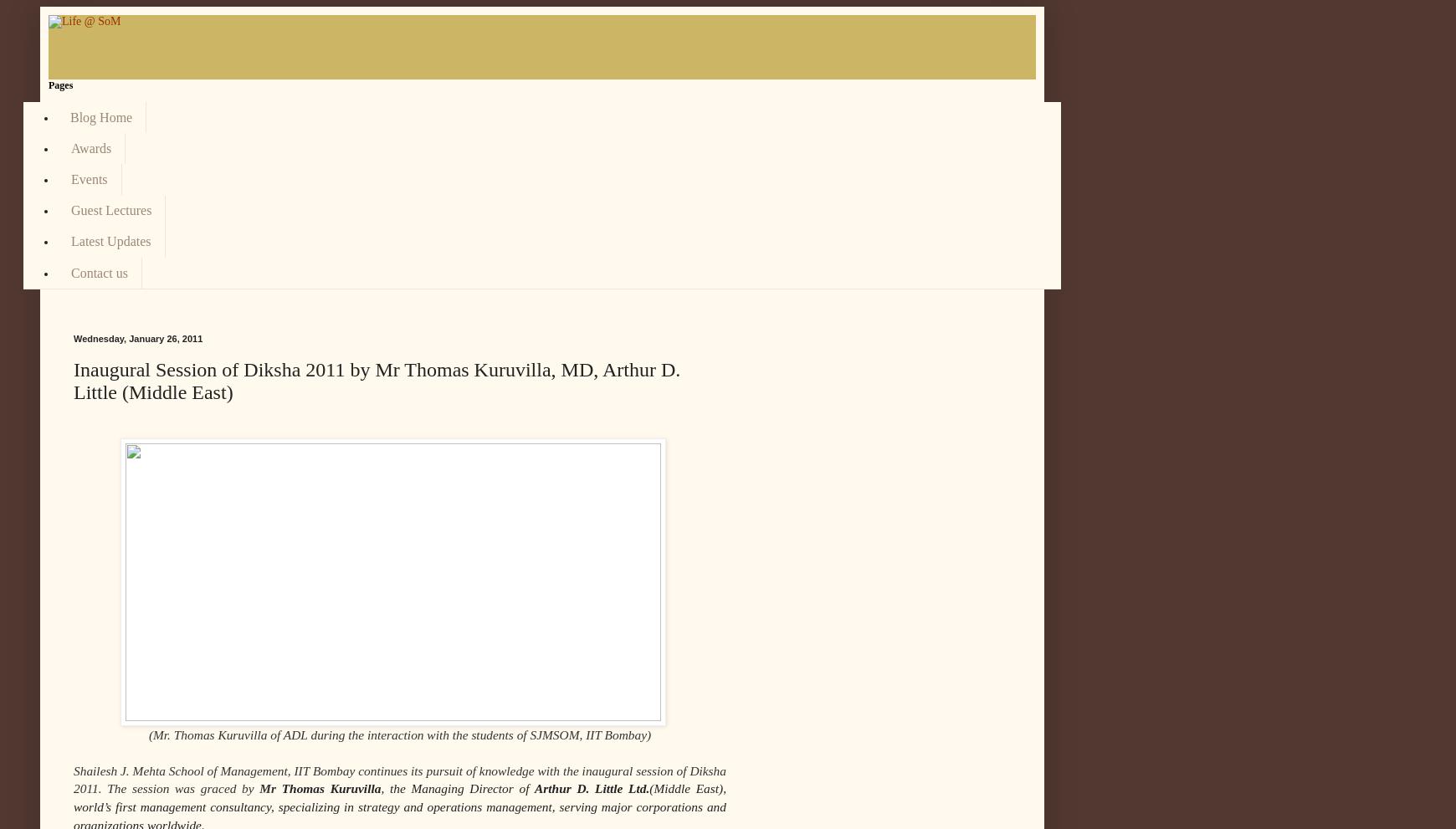 Image resolution: width=1456 pixels, height=829 pixels. Describe the element at coordinates (376, 380) in the screenshot. I see `'Inaugural Session of Diksha 2011 by Mr Thomas Kuruvilla, MD, Arthur D. Little (Middle East)'` at that location.